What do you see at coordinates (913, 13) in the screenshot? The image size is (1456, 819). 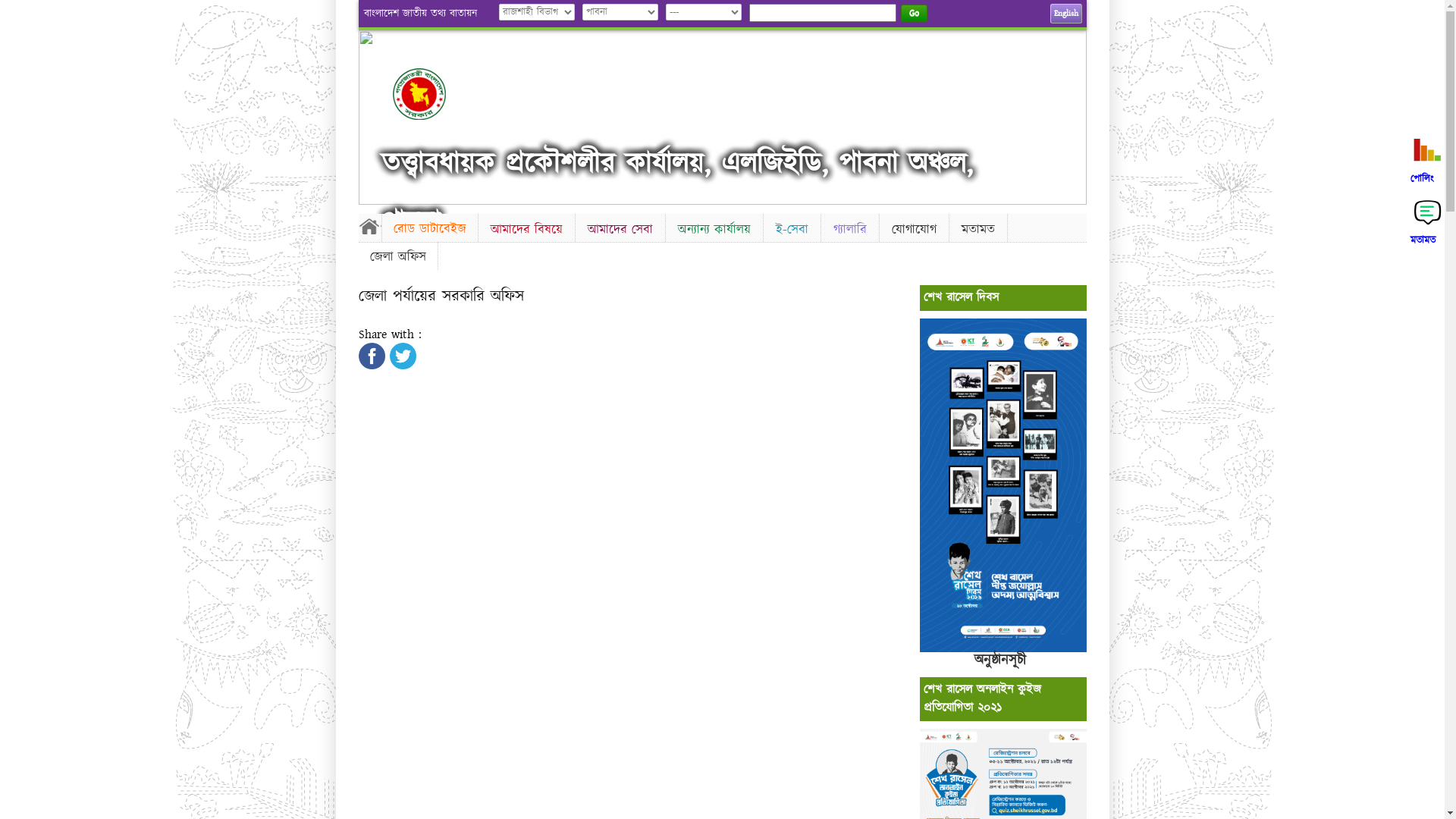 I see `'Go'` at bounding box center [913, 13].